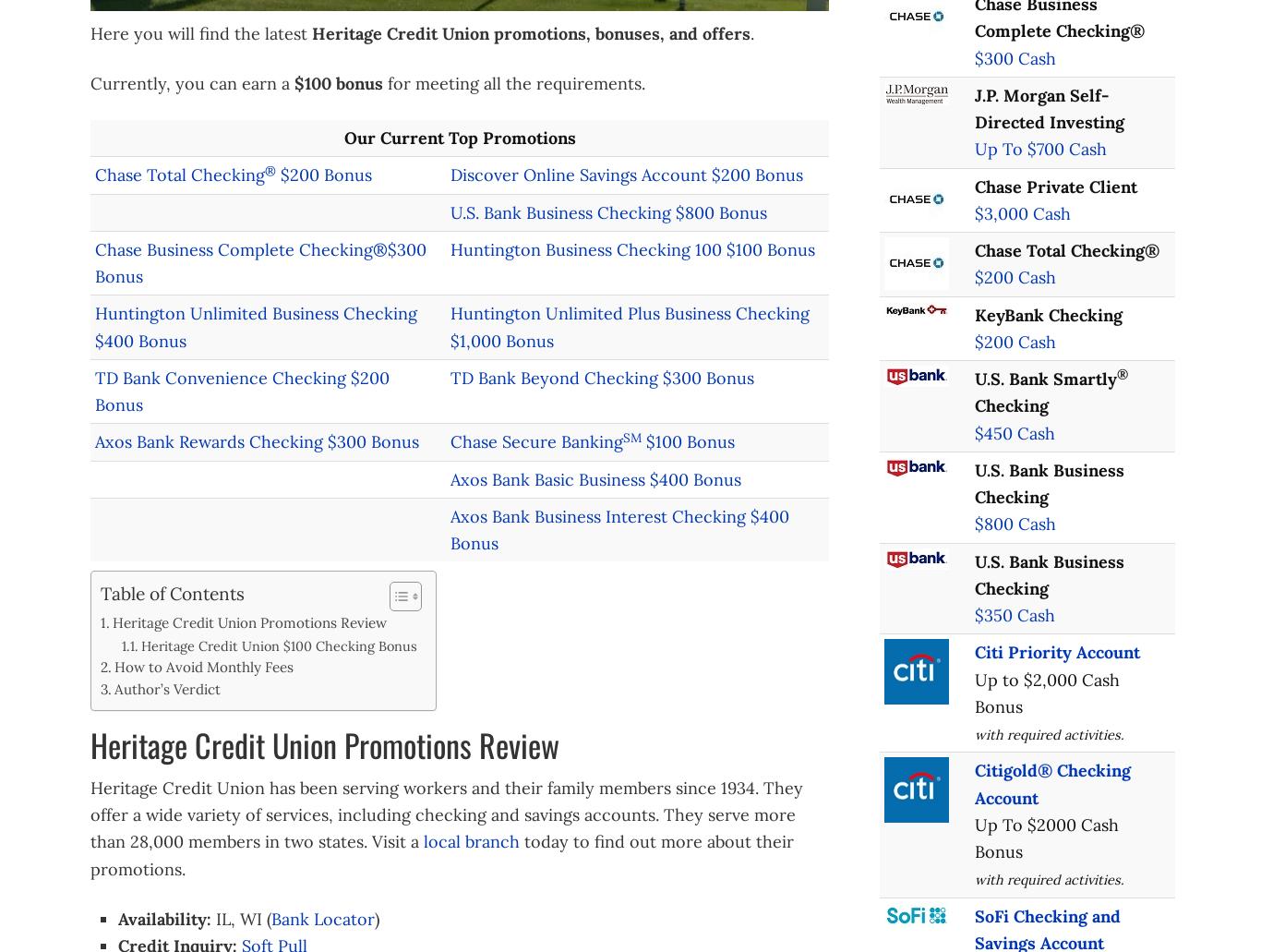 The image size is (1261, 952). Describe the element at coordinates (972, 250) in the screenshot. I see `'Chase Total Checking®'` at that location.